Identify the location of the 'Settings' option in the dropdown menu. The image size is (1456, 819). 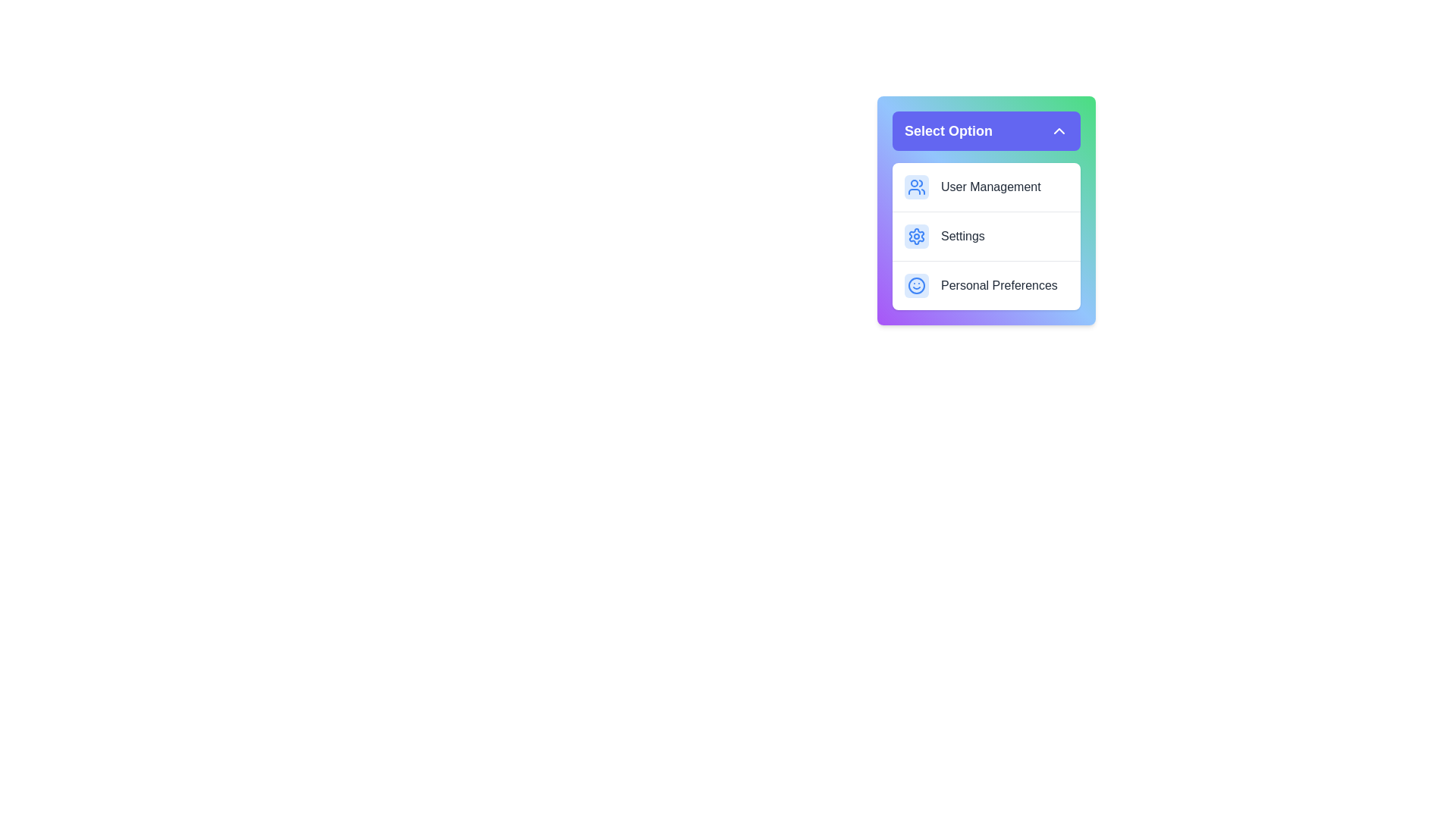
(986, 237).